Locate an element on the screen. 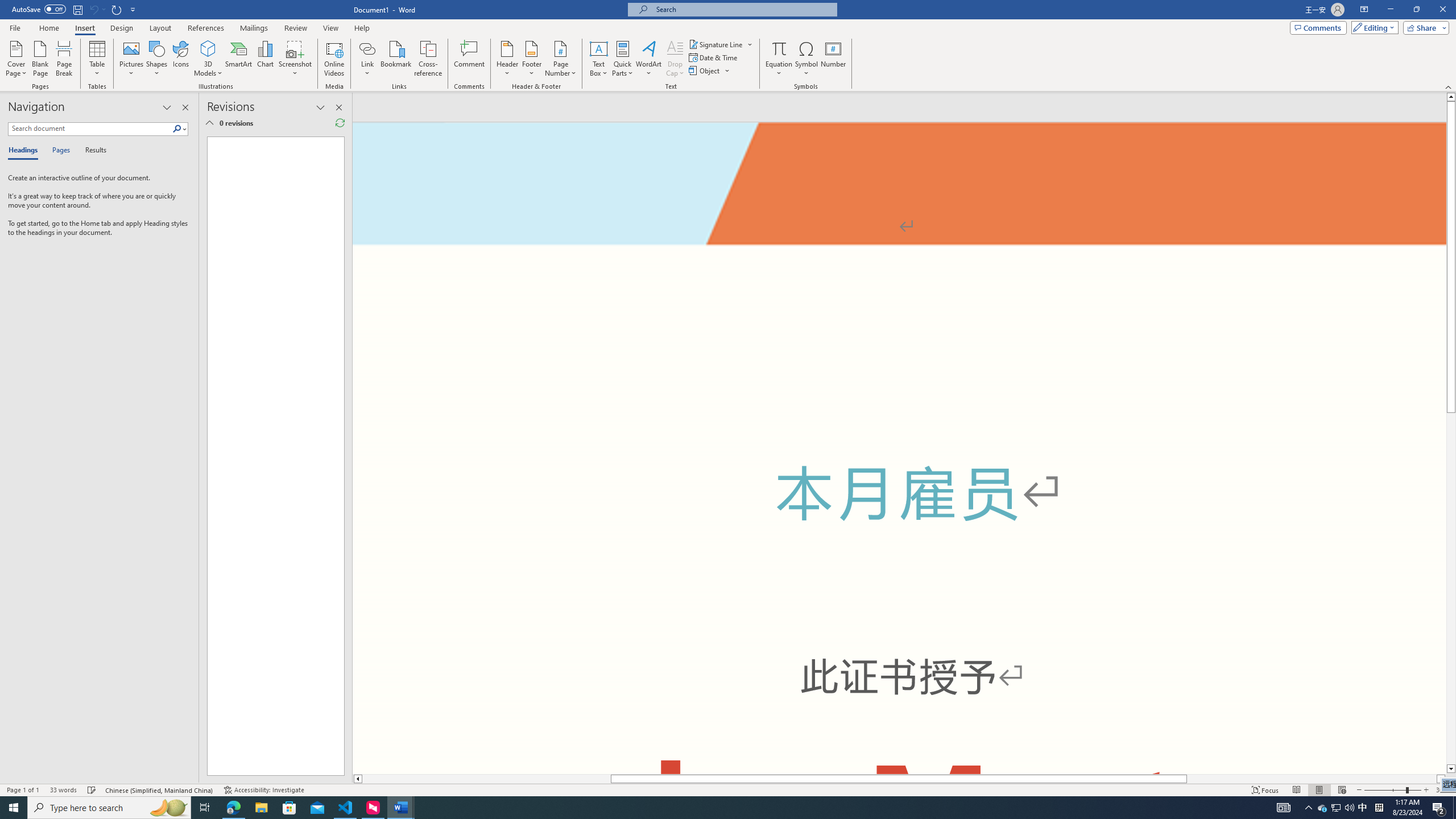 This screenshot has width=1456, height=819. 'Page Break' is located at coordinates (63, 59).